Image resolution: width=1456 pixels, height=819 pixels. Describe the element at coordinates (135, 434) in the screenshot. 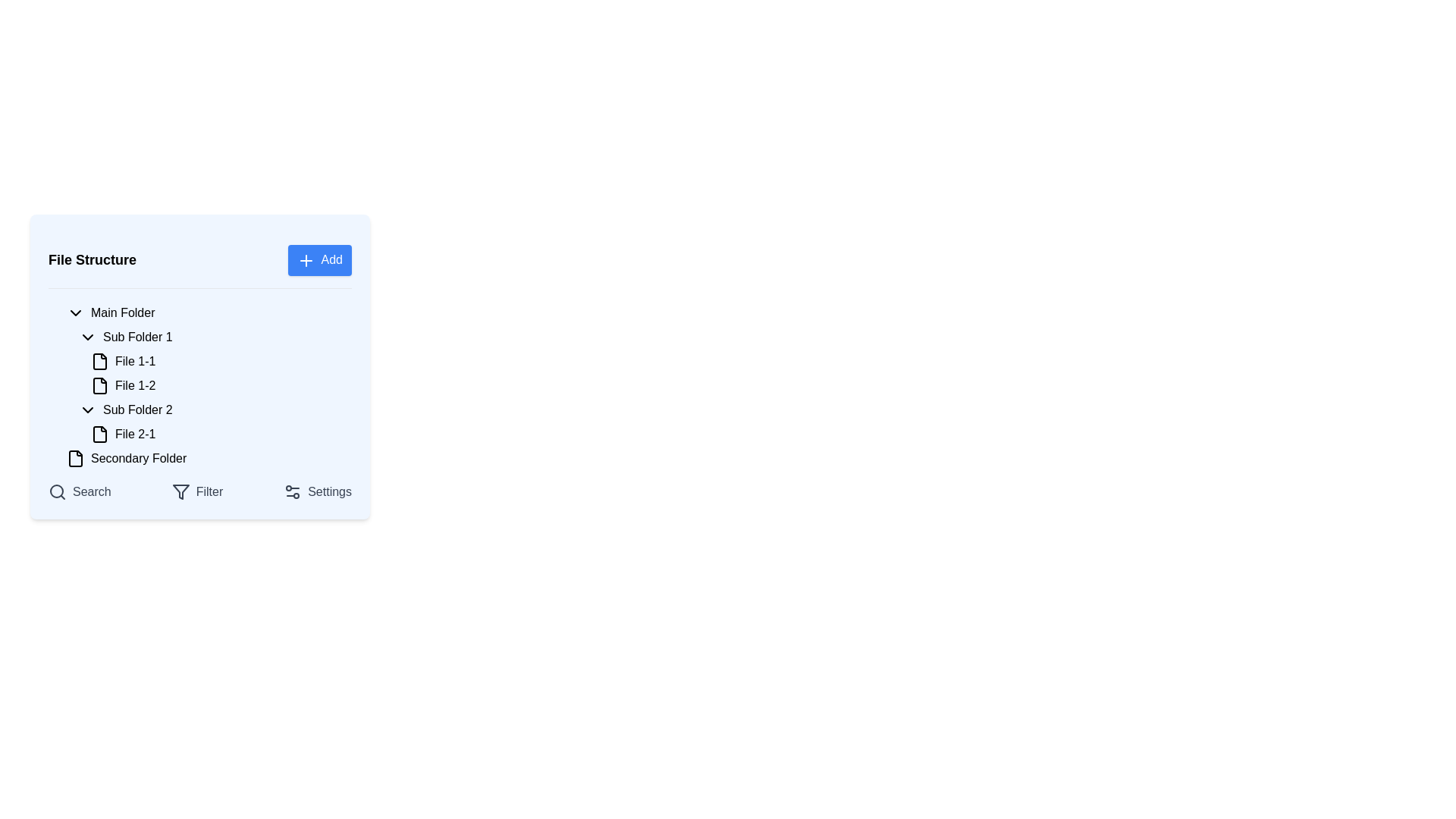

I see `the text label 'File 2-1' located within the collapsible hierarchical file structure interface` at that location.